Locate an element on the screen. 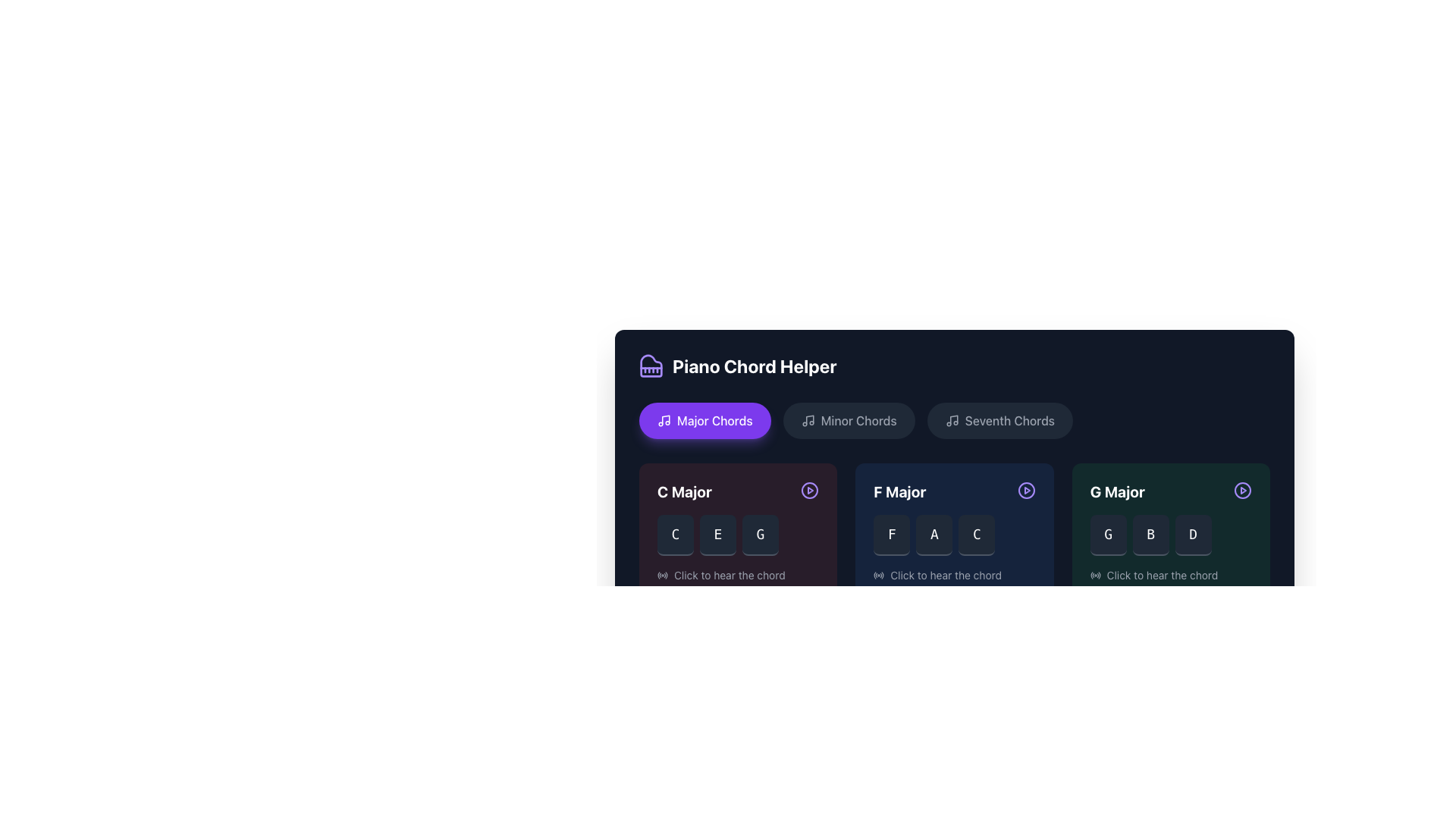 The image size is (1456, 819). the musical notes icon, which is styled in a modern outline design and located to the left of the 'Seventh Chords' label in the top-right part of the interface is located at coordinates (951, 421).